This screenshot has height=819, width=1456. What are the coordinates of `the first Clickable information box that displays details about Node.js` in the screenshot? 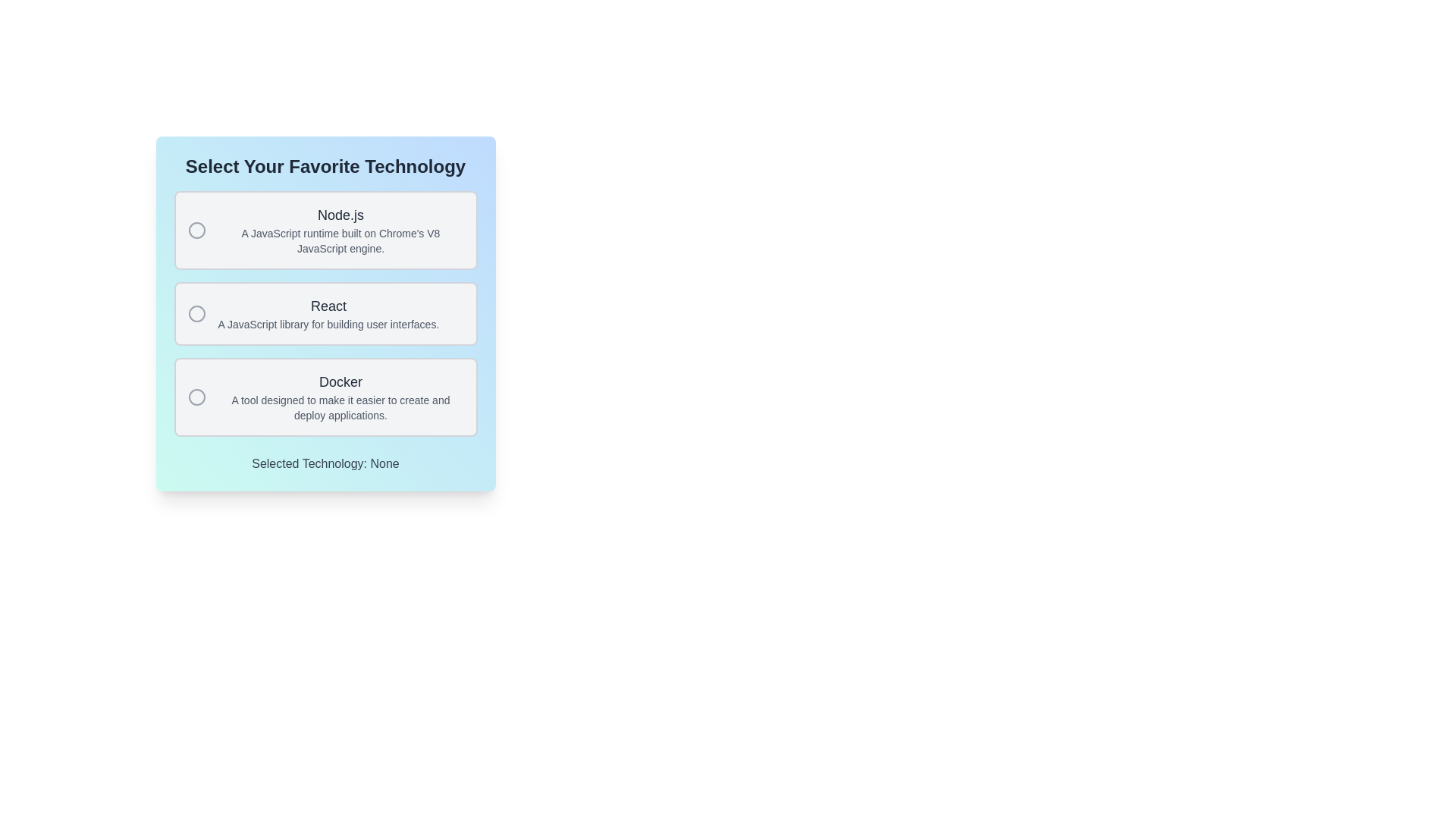 It's located at (325, 231).